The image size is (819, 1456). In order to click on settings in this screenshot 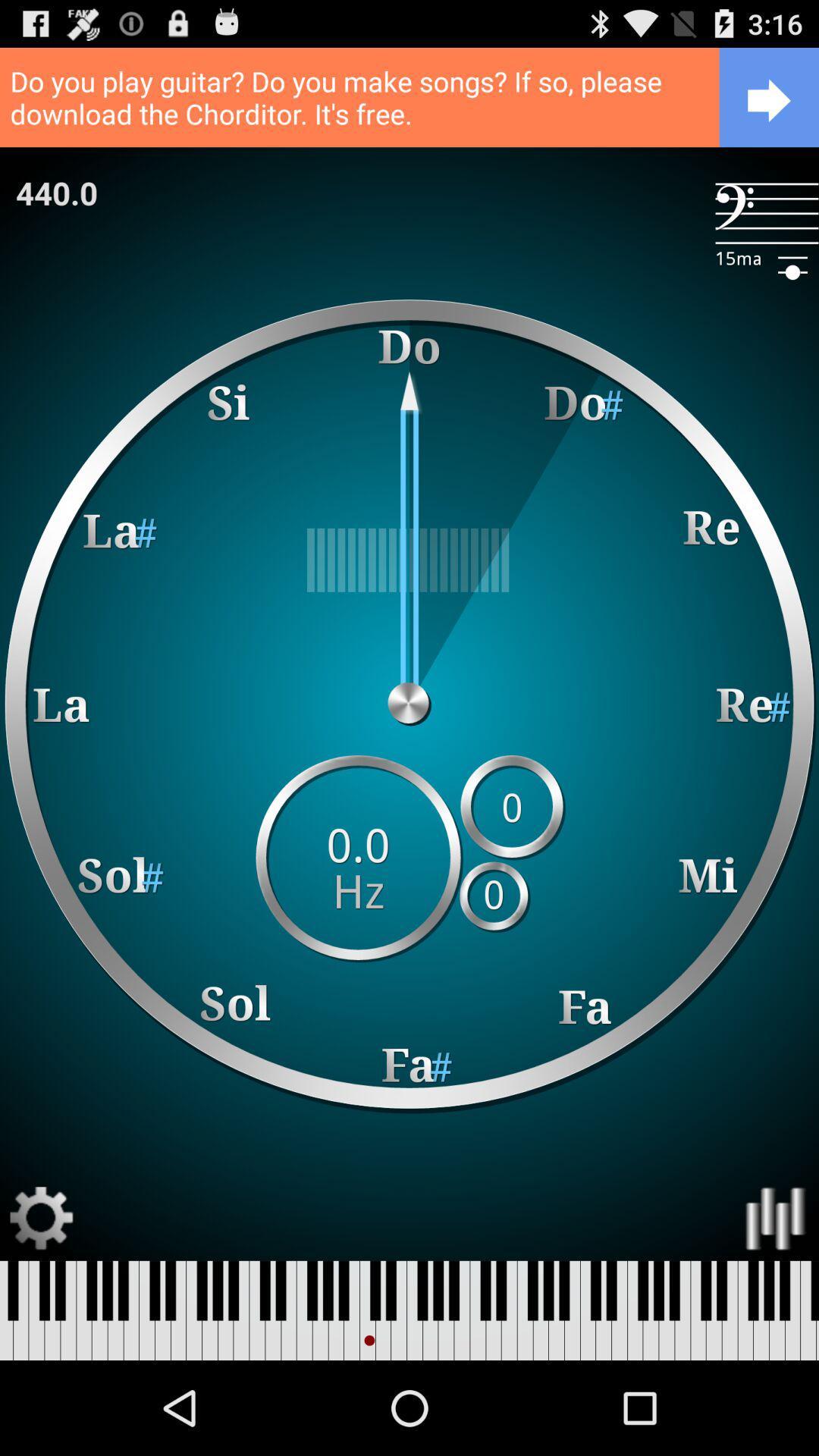, I will do `click(41, 1219)`.